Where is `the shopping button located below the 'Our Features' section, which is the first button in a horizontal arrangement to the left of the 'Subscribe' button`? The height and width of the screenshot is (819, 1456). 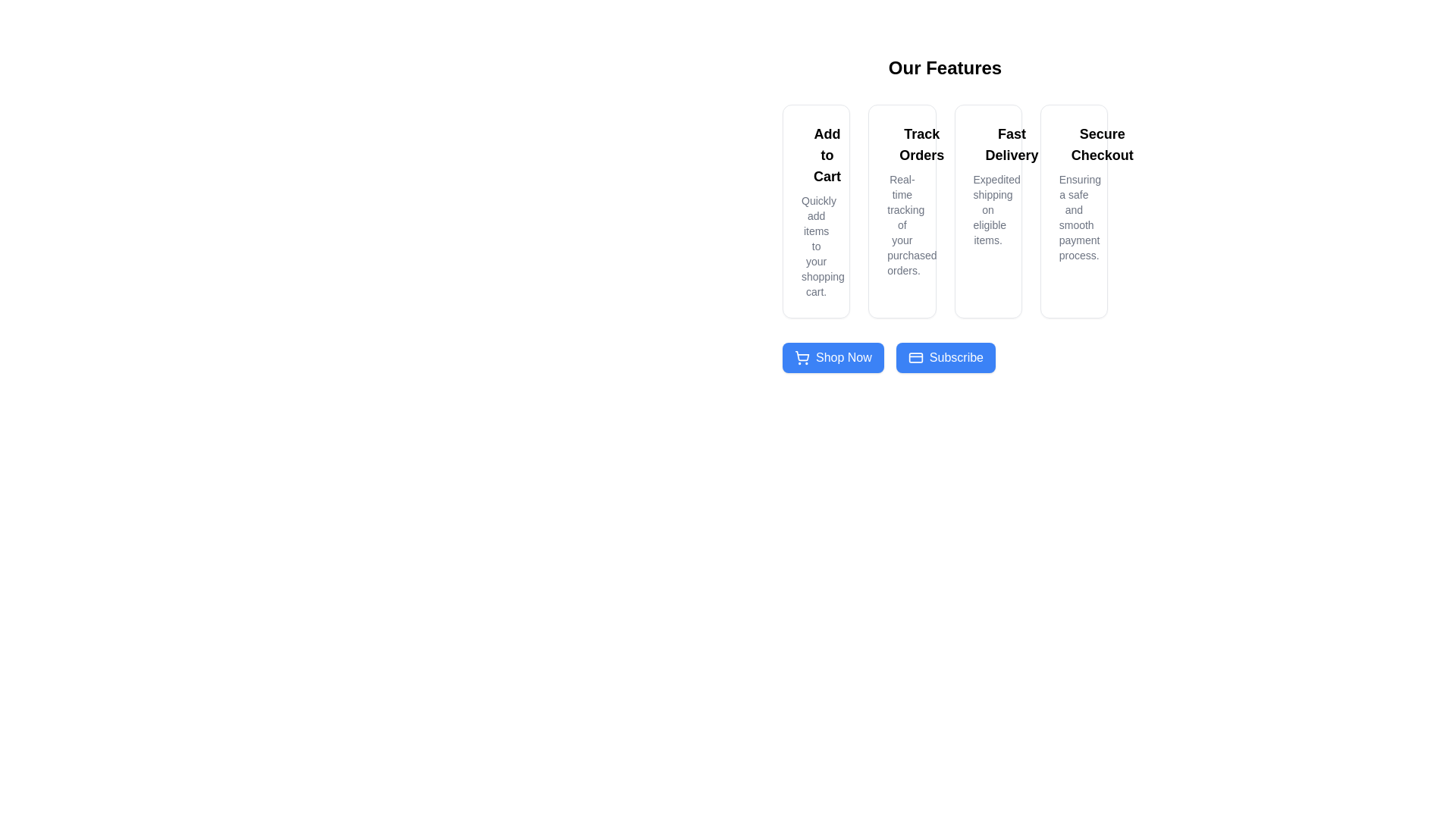 the shopping button located below the 'Our Features' section, which is the first button in a horizontal arrangement to the left of the 'Subscribe' button is located at coordinates (832, 357).